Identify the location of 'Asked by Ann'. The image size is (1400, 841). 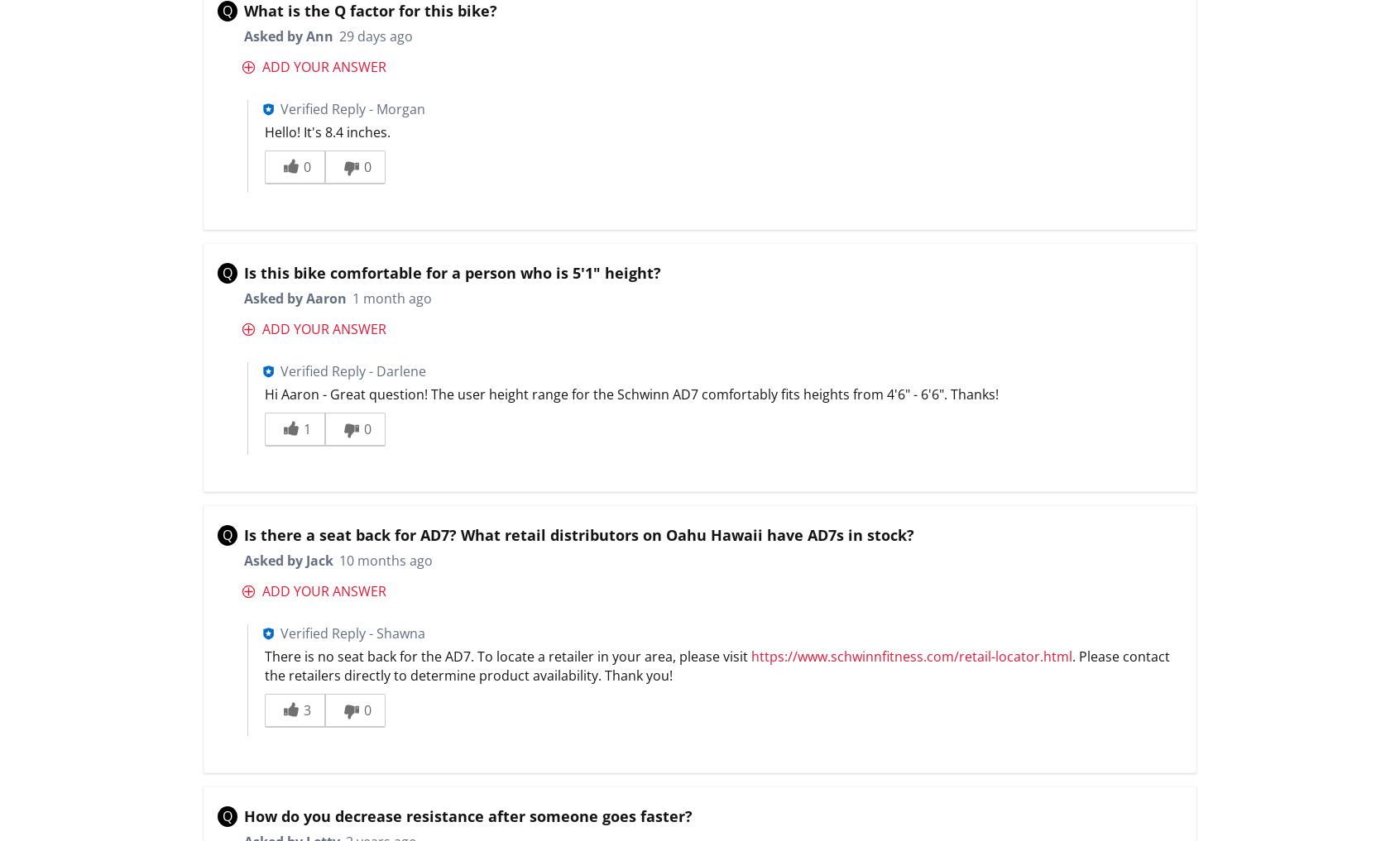
(288, 36).